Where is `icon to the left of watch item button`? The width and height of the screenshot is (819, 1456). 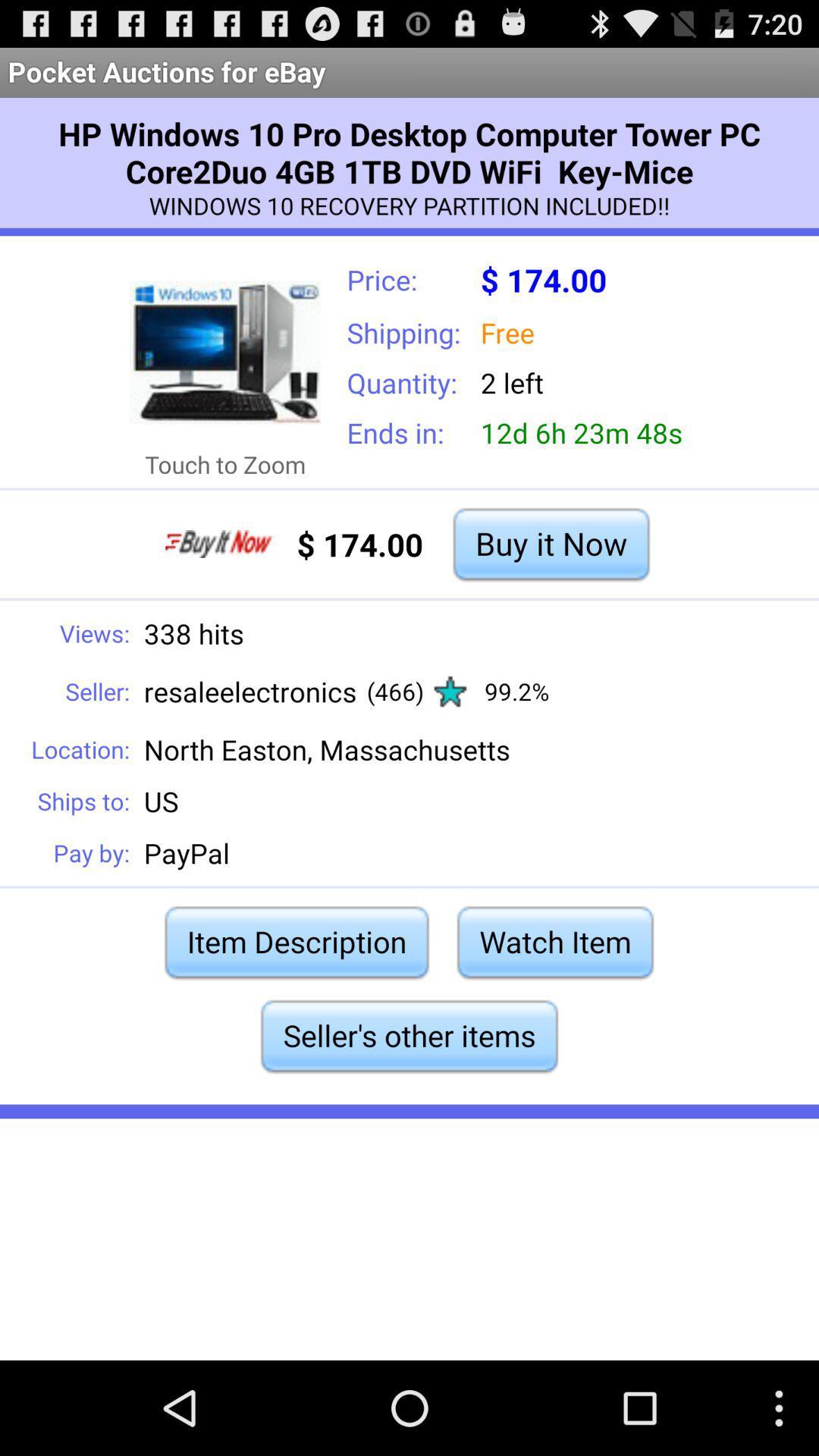
icon to the left of watch item button is located at coordinates (297, 941).